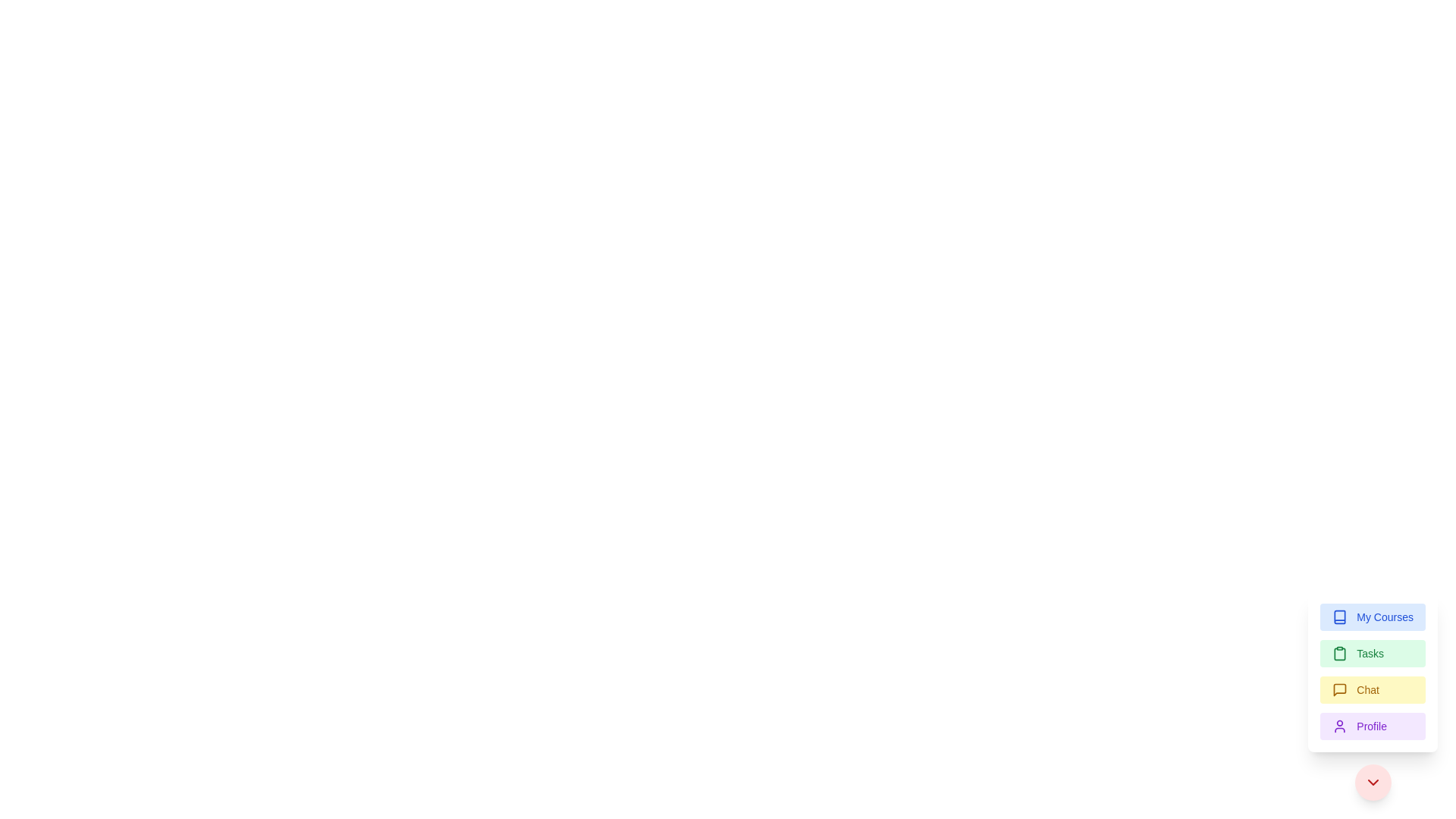  I want to click on the 'Tasks' button, which is a rectangular button with a light green background and a clipboard icon, located below 'My Courses' and above 'Chat', so click(1373, 652).